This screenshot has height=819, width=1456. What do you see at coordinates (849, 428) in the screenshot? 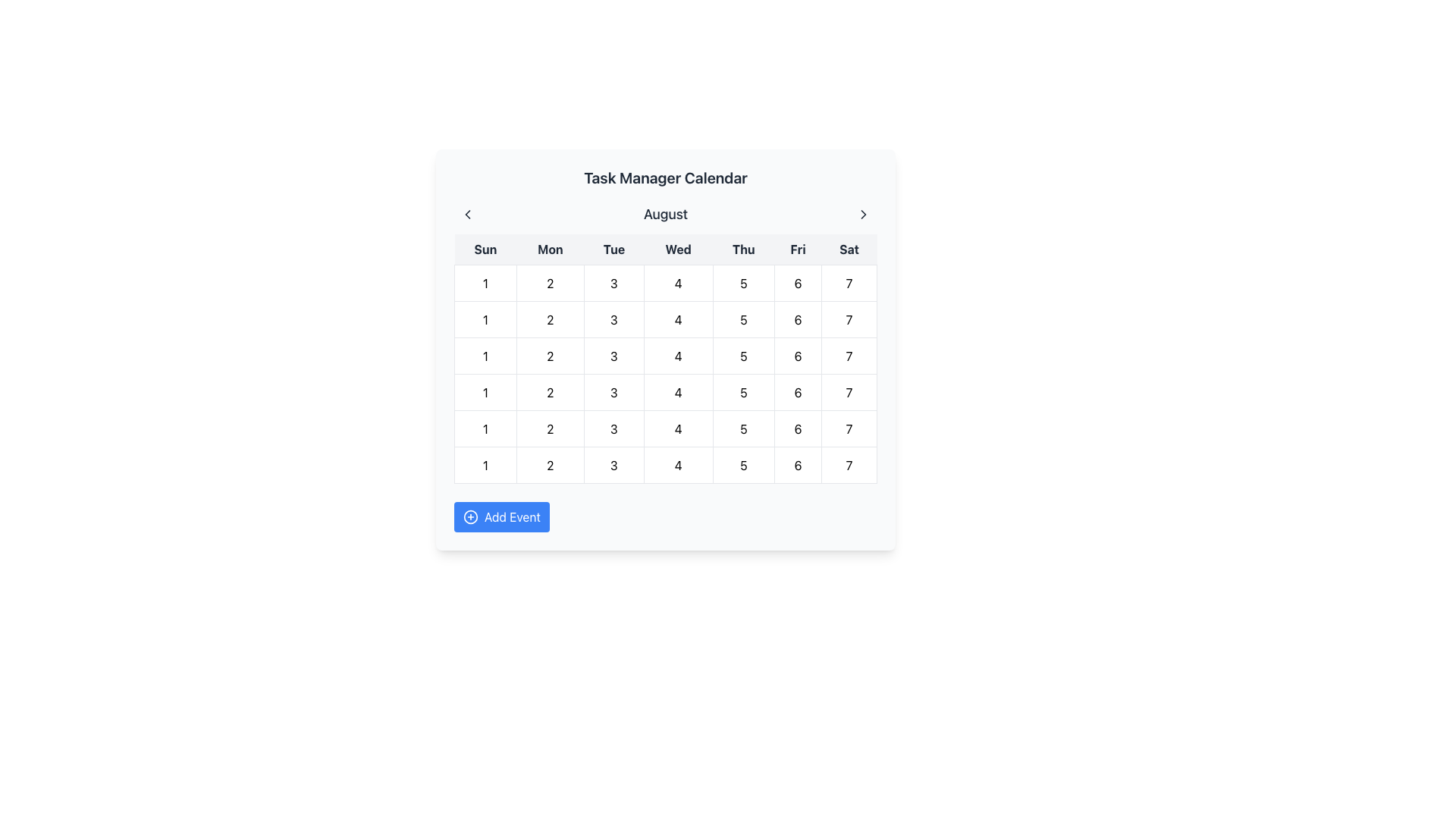
I see `the calendar date cell representing Saturday, which is located in the seventh column of the grid with the number '7'` at bounding box center [849, 428].